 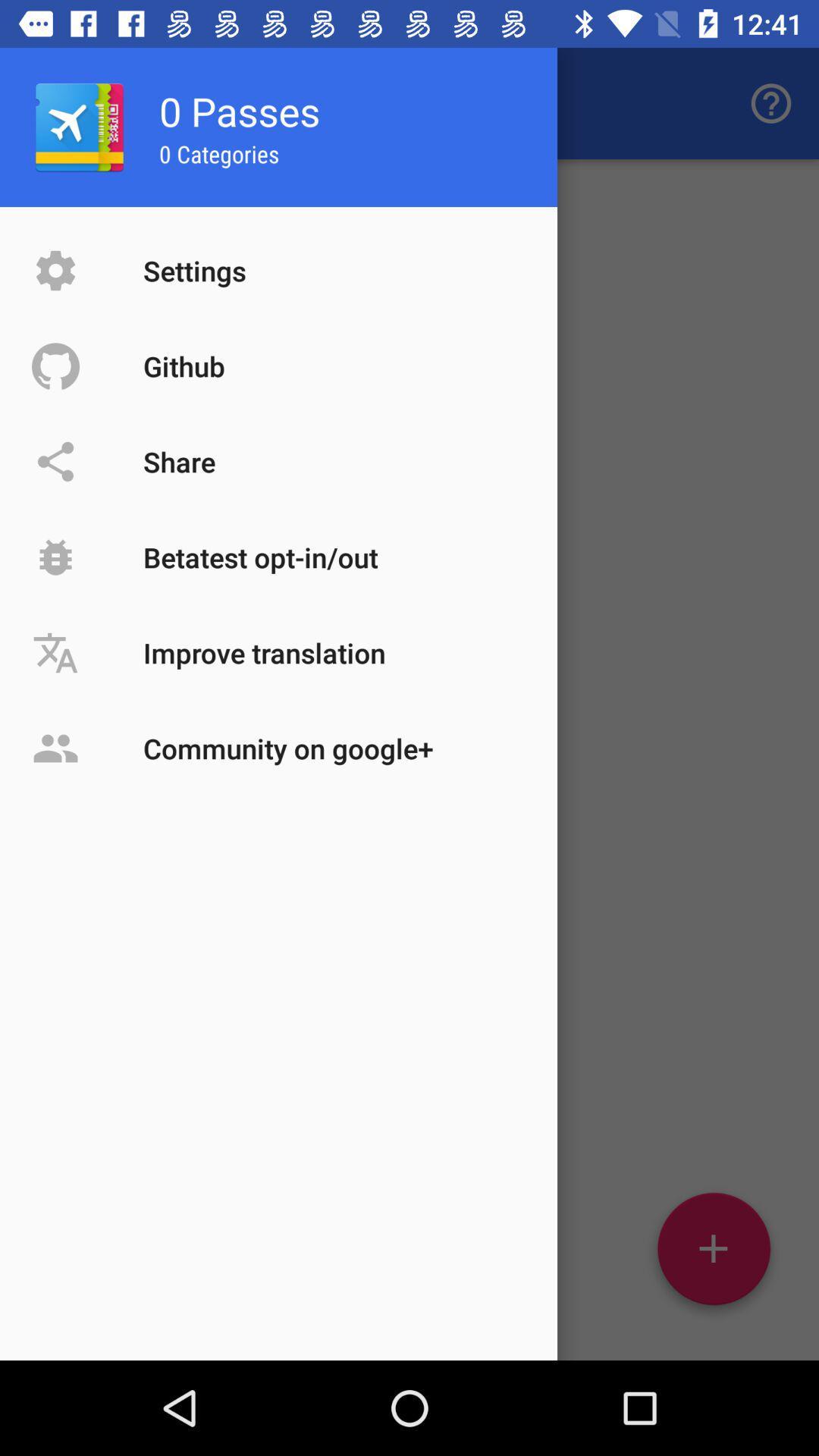 I want to click on the add icon, so click(x=714, y=1254).